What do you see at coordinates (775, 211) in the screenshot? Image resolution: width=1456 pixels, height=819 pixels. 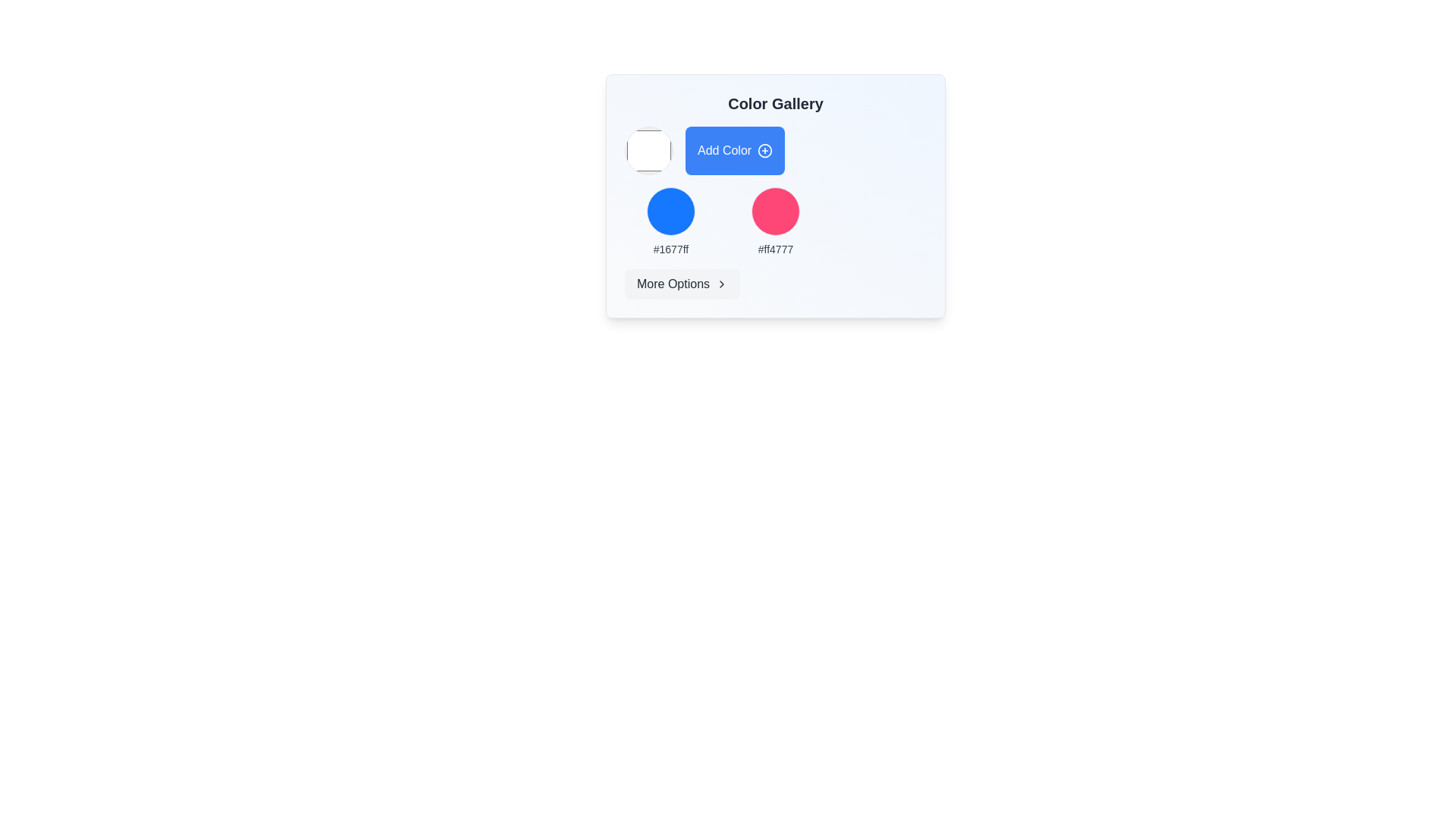 I see `the circular color representation component that visually represents the color associated with the color code '#ff4777' in the Color Gallery panel` at bounding box center [775, 211].